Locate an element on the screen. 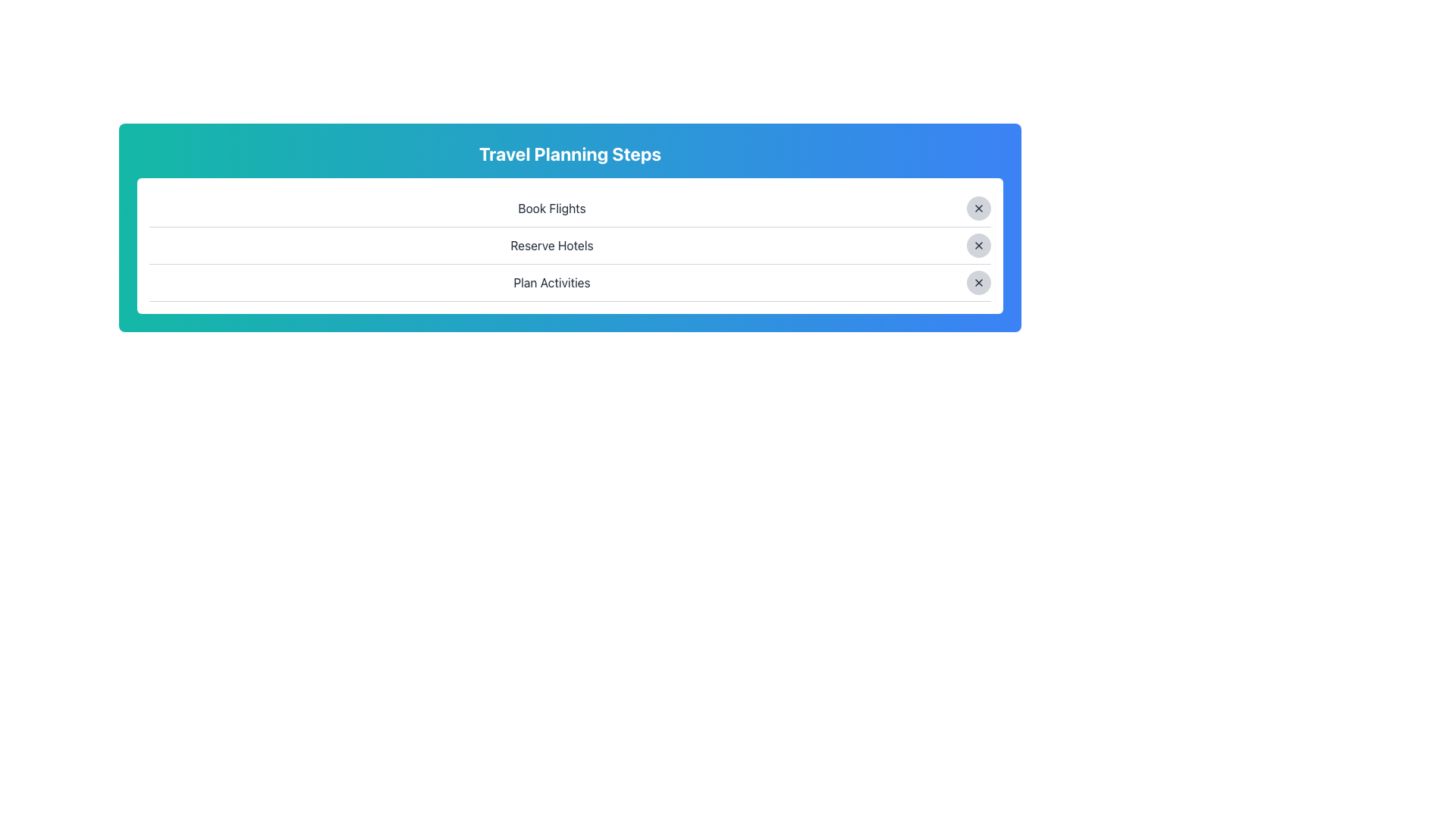 This screenshot has width=1456, height=819. the close button located at the far right of the 'Book Flights' row is located at coordinates (979, 208).